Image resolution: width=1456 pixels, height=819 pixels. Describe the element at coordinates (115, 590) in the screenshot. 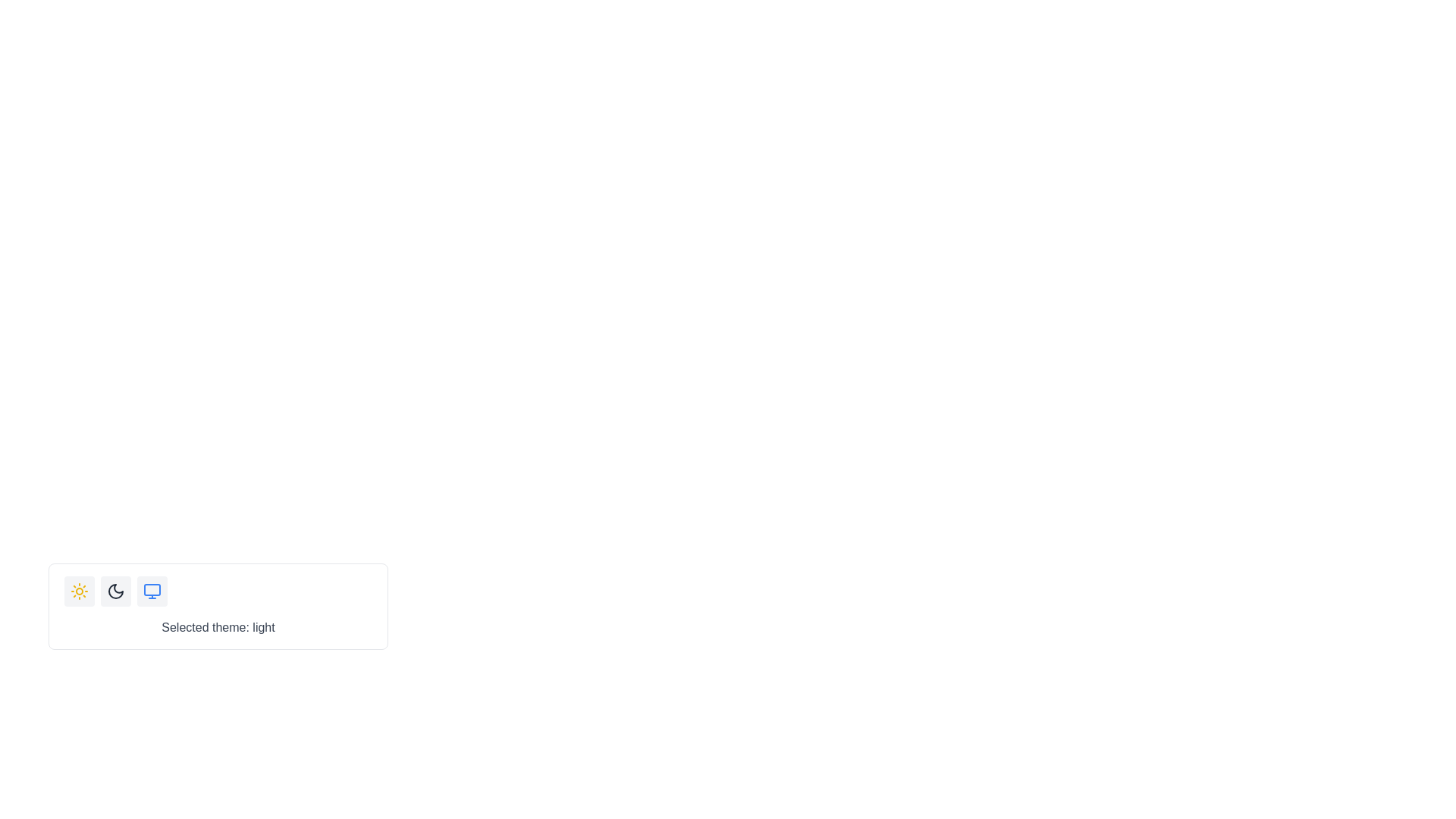

I see `the second icon from the left, which resembles a moon and serves as a toggle for dark mode settings` at that location.